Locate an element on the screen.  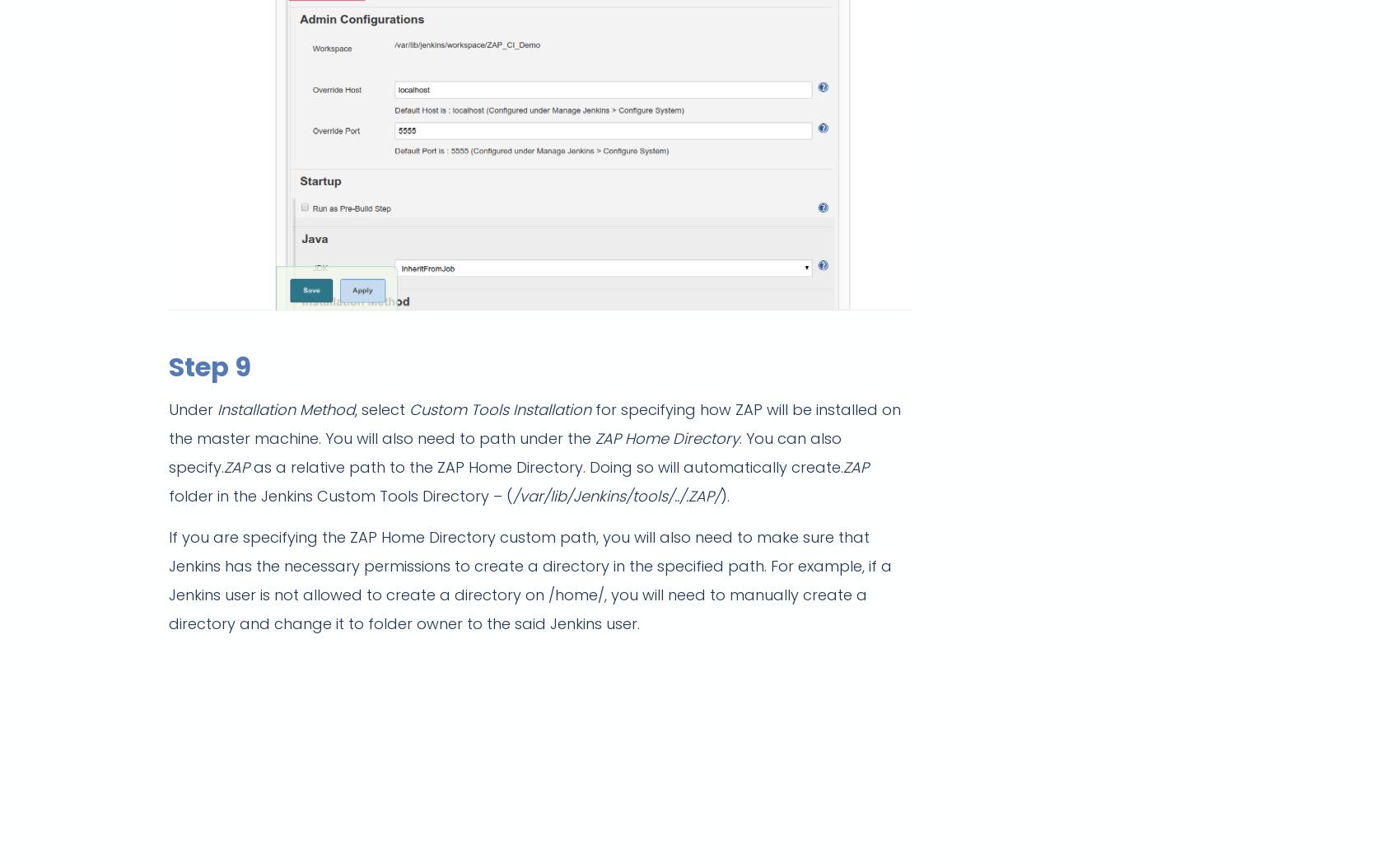
'folder in the Jenkins Custom Tools Directory – (' is located at coordinates (339, 496).